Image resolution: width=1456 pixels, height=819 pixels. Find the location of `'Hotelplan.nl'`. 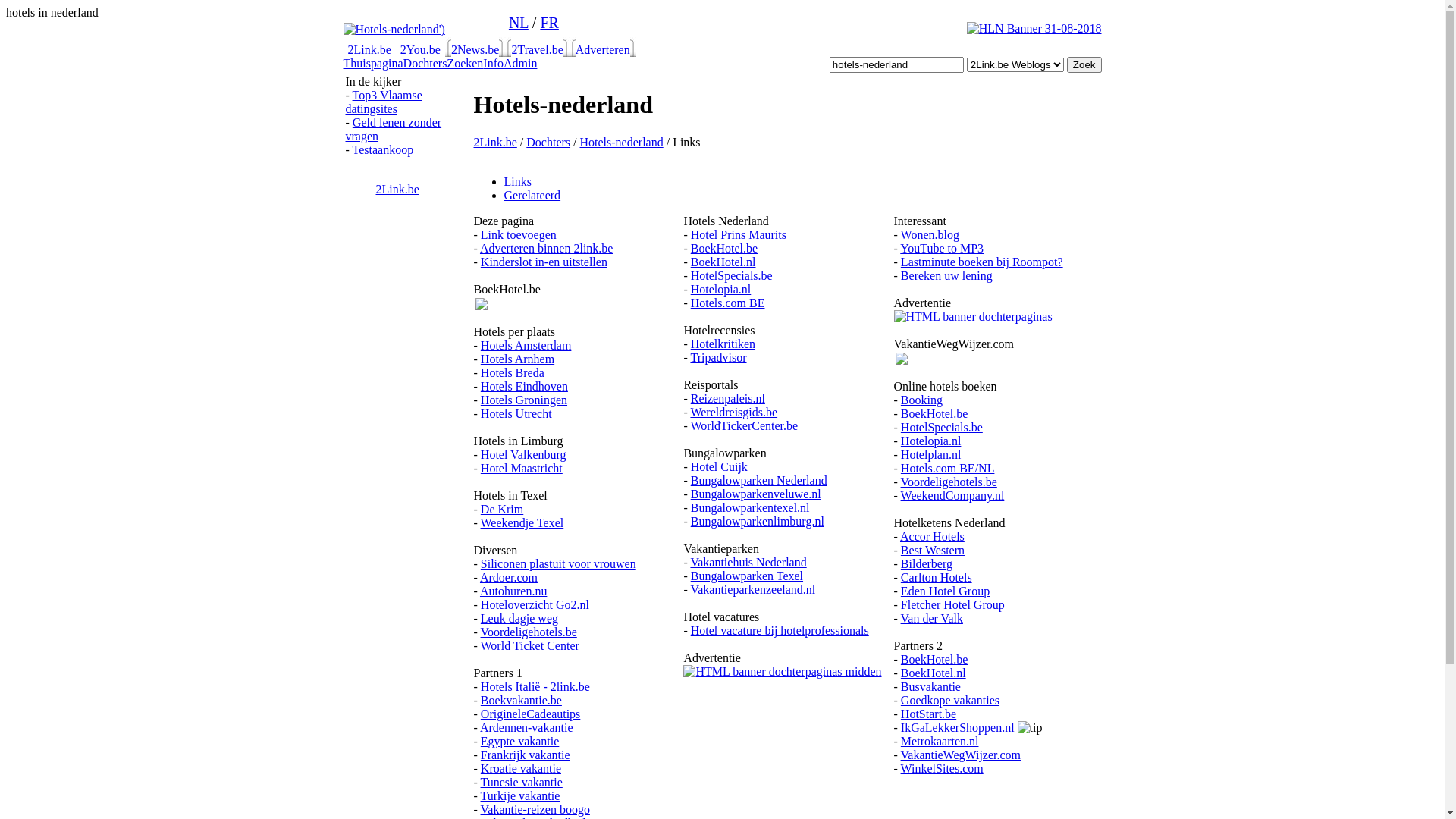

'Hotelplan.nl' is located at coordinates (930, 453).